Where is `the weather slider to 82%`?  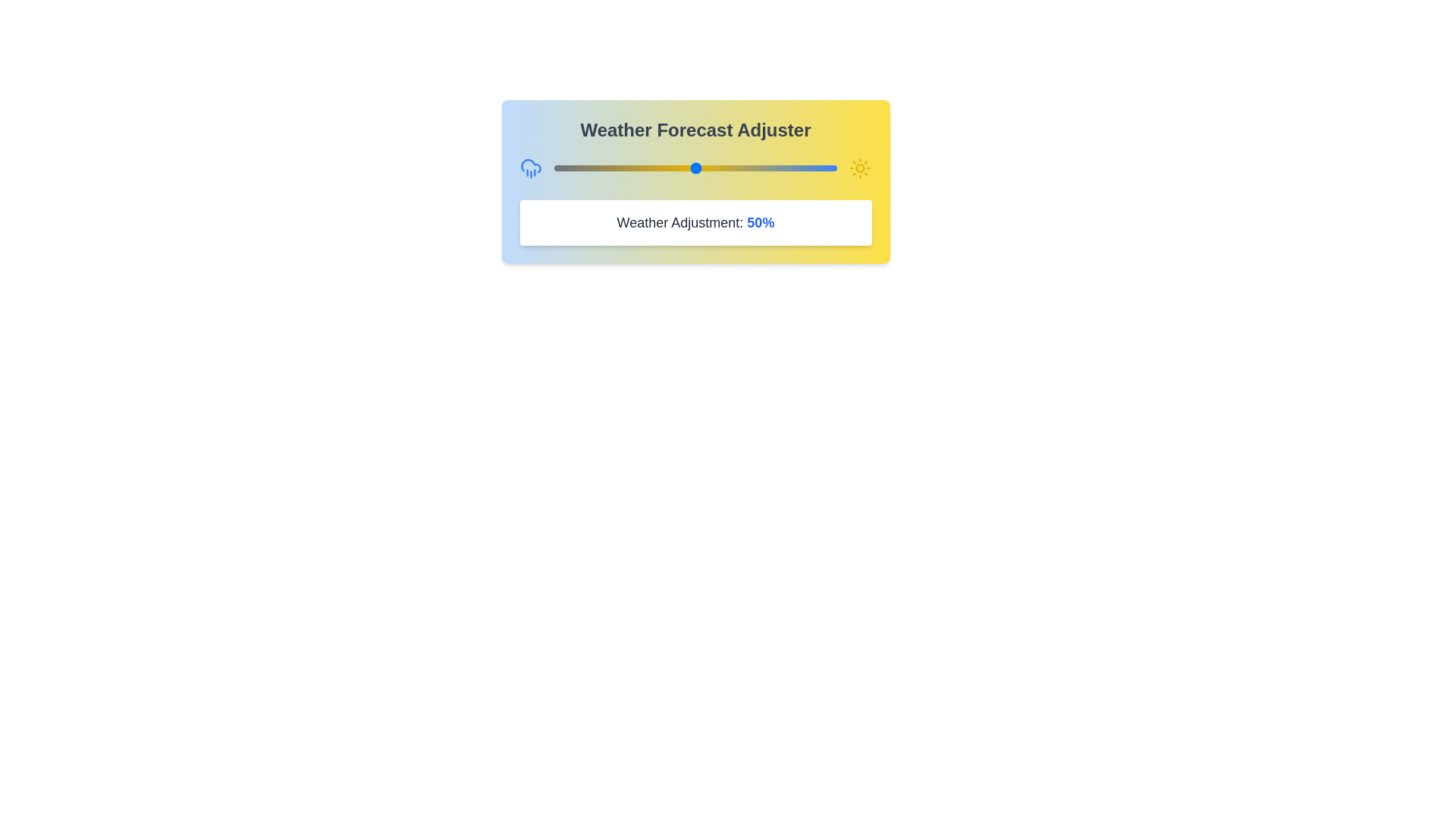 the weather slider to 82% is located at coordinates (786, 168).